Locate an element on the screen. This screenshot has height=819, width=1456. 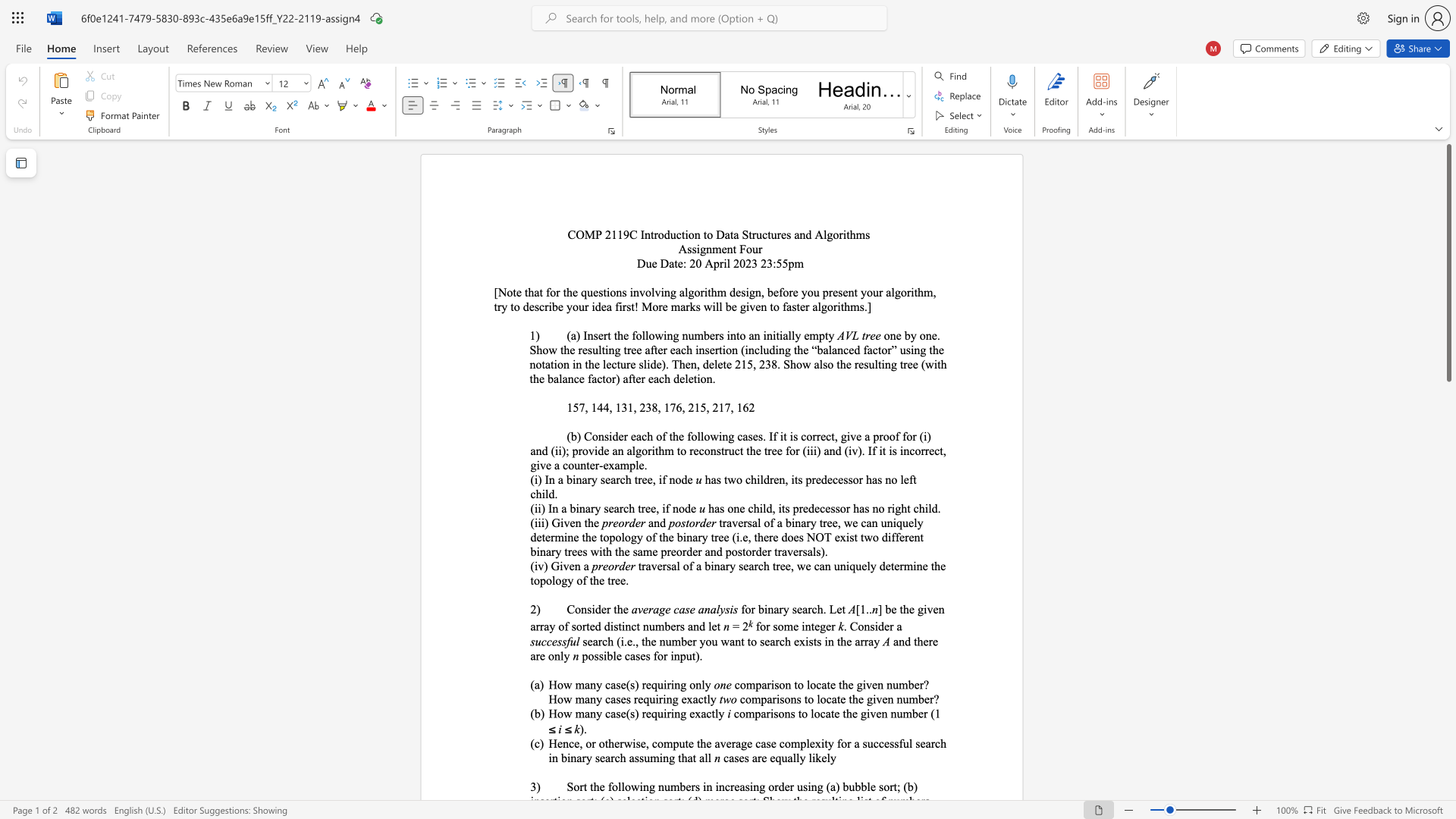
the 3th character "i" in the text is located at coordinates (542, 522).